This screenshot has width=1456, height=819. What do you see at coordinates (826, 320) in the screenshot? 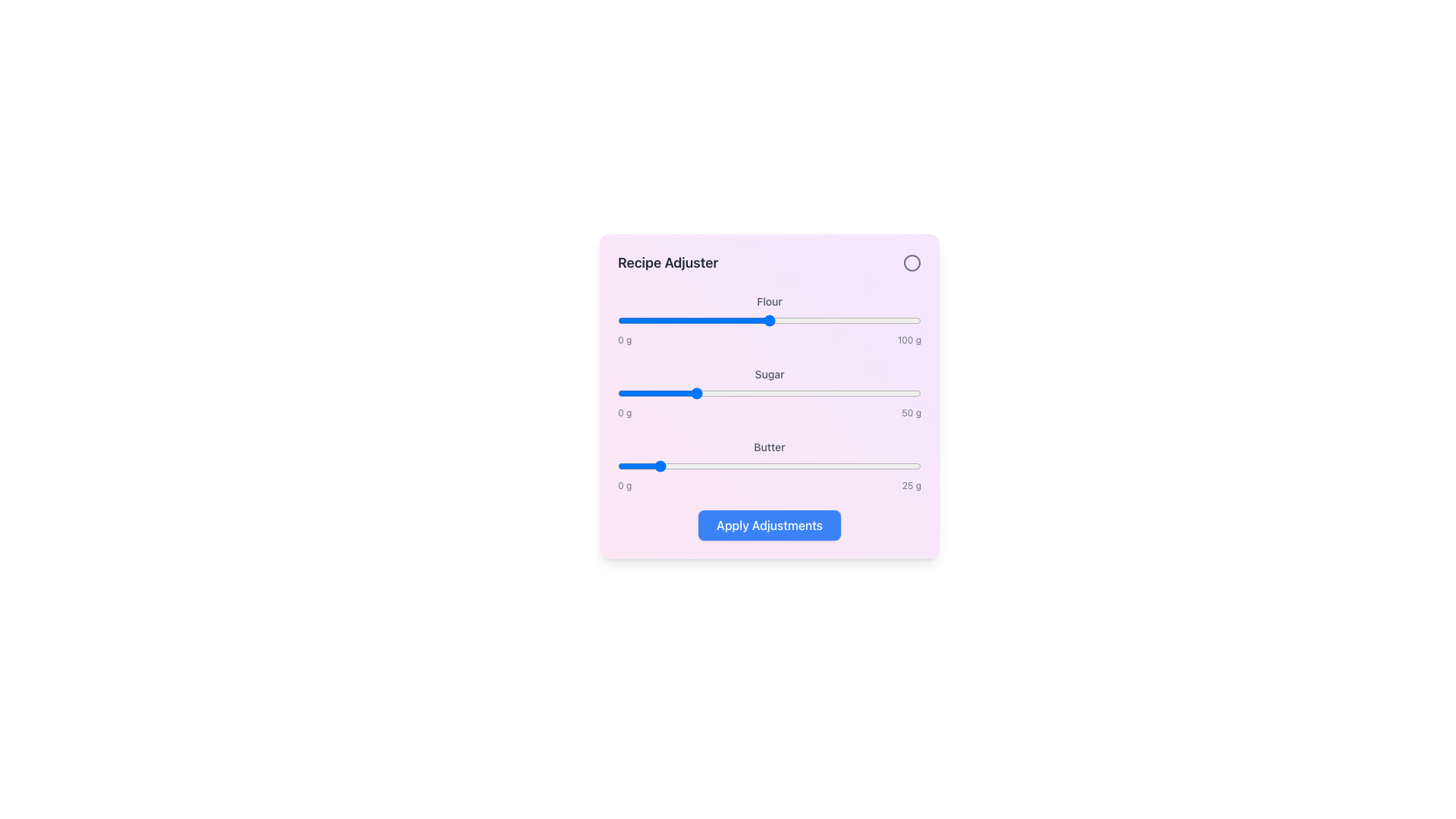
I see `the flour amount` at bounding box center [826, 320].